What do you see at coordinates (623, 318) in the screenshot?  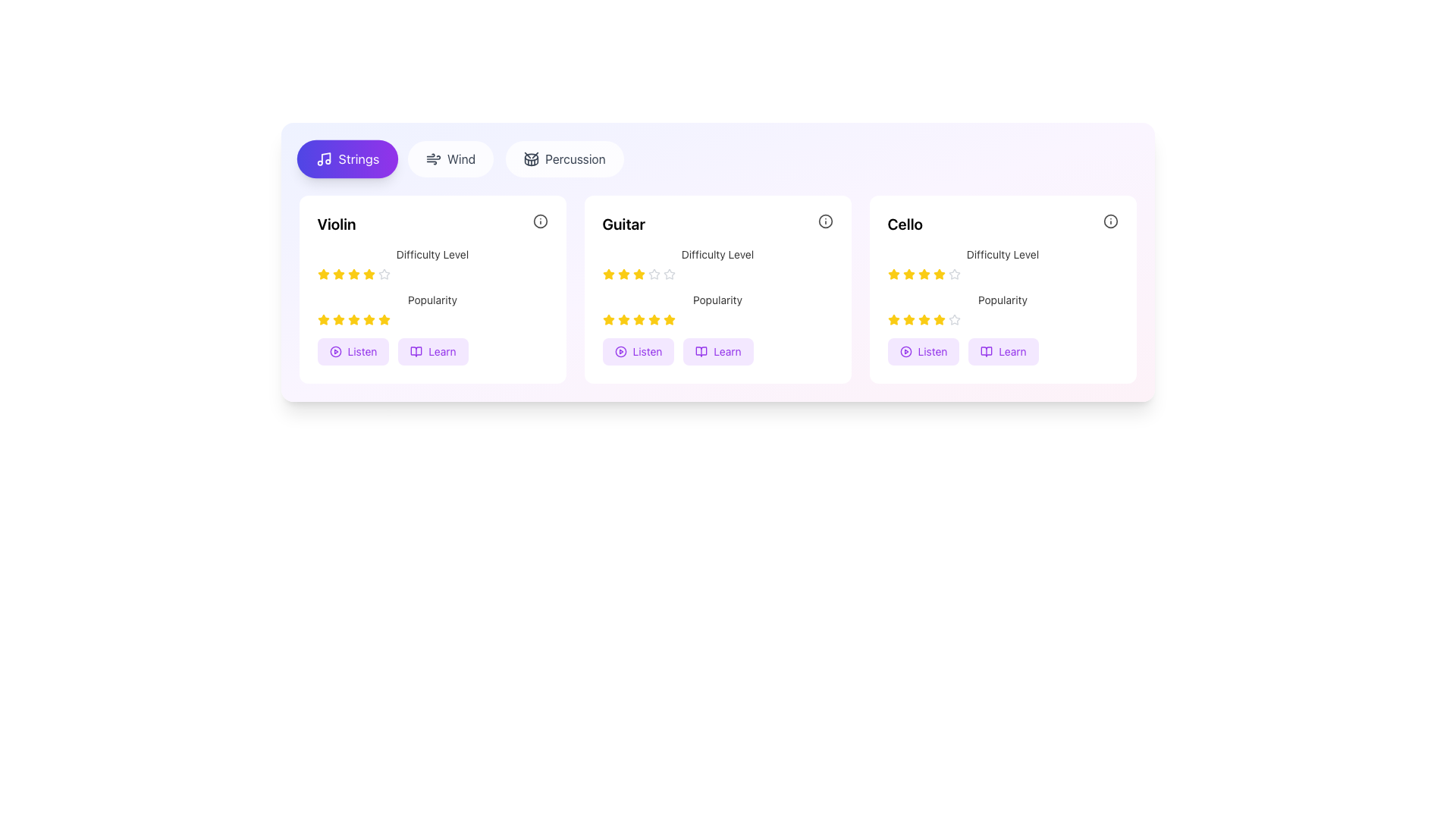 I see `the second star from the left in the 'Popularity' rating row of the 'Guitar' card to rate it` at bounding box center [623, 318].